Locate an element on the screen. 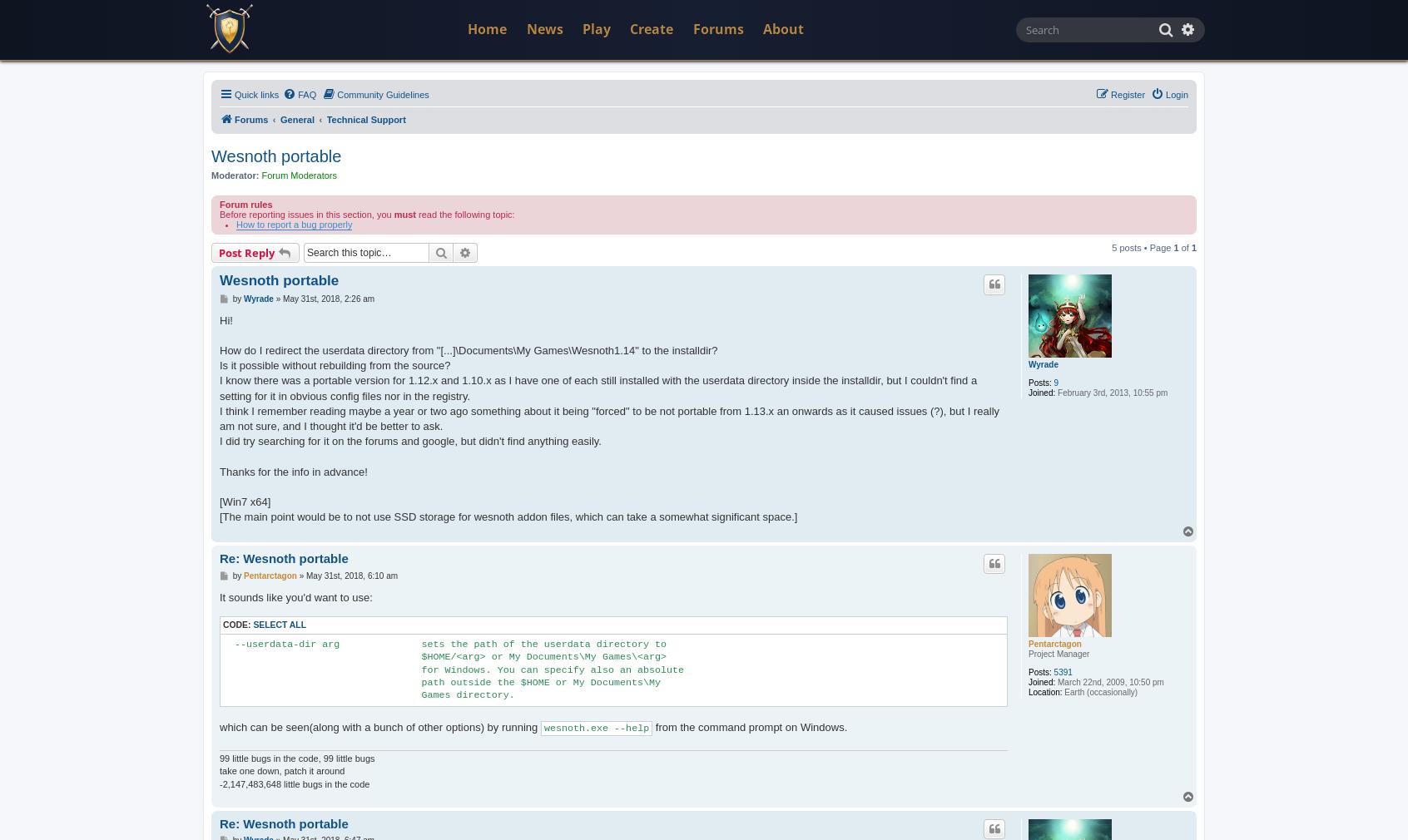 The height and width of the screenshot is (840, 1408). 'May 31st, 2018, 6:10 am' is located at coordinates (352, 574).